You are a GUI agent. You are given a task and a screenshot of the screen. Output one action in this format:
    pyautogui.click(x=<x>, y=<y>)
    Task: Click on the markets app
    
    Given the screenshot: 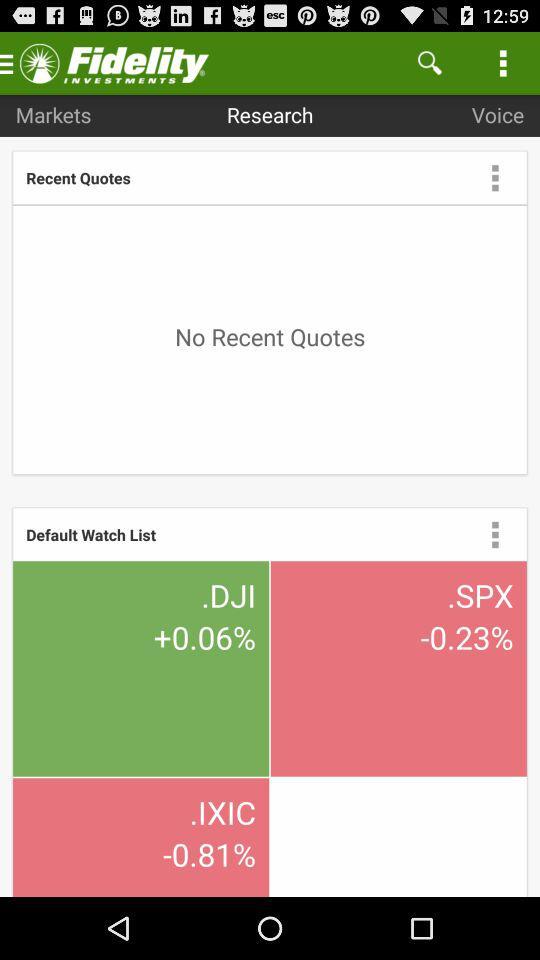 What is the action you would take?
    pyautogui.click(x=53, y=114)
    